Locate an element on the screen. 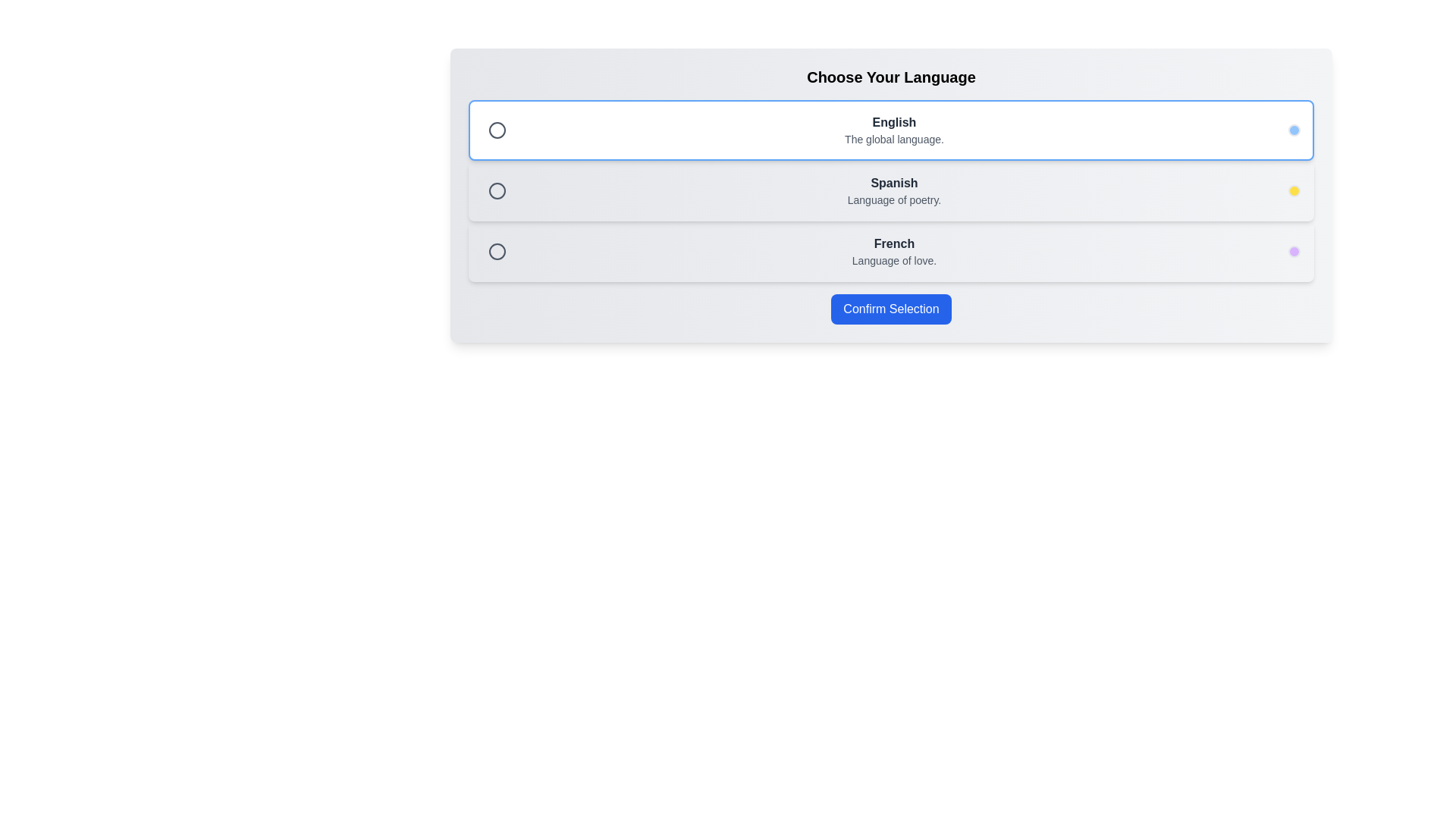 The image size is (1456, 819). the circular radio button associated with the 'Spanish' language selection is located at coordinates (497, 190).